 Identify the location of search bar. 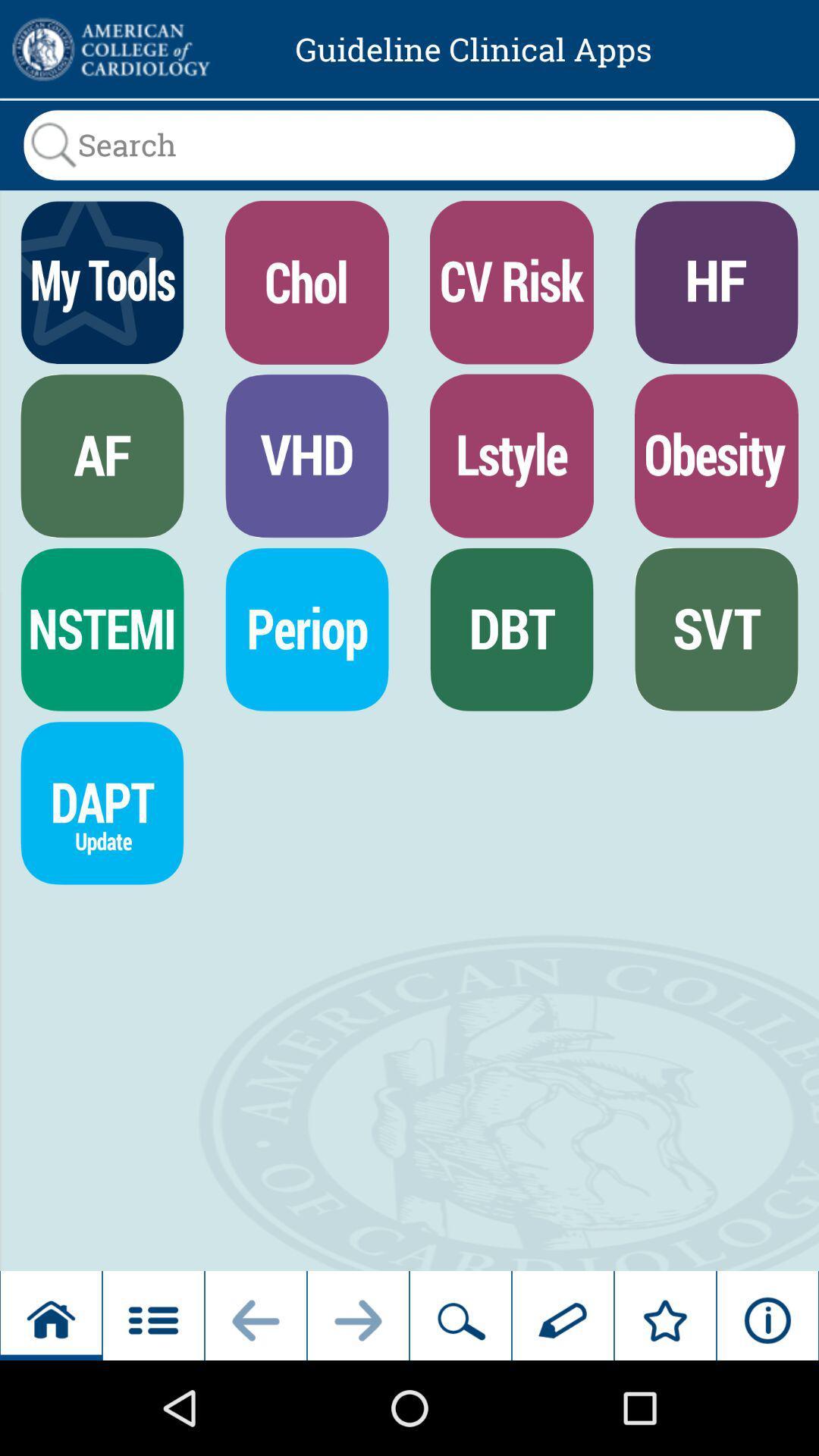
(409, 145).